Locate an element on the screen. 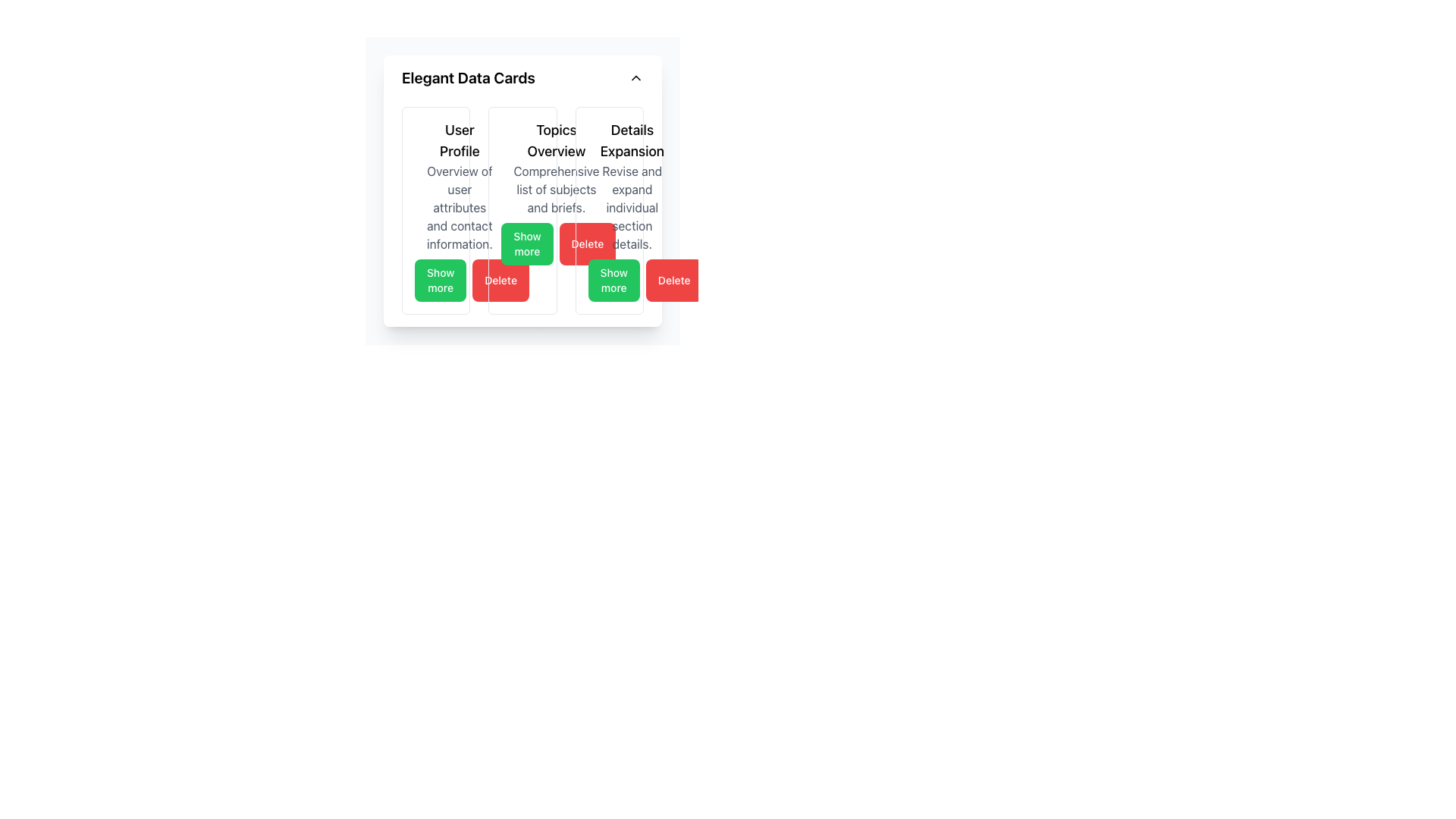 The height and width of the screenshot is (819, 1456). the text block styled in gray color that contains 'Overview of user attributes and contact information', positioned beneath the 'User Profile' heading is located at coordinates (459, 207).